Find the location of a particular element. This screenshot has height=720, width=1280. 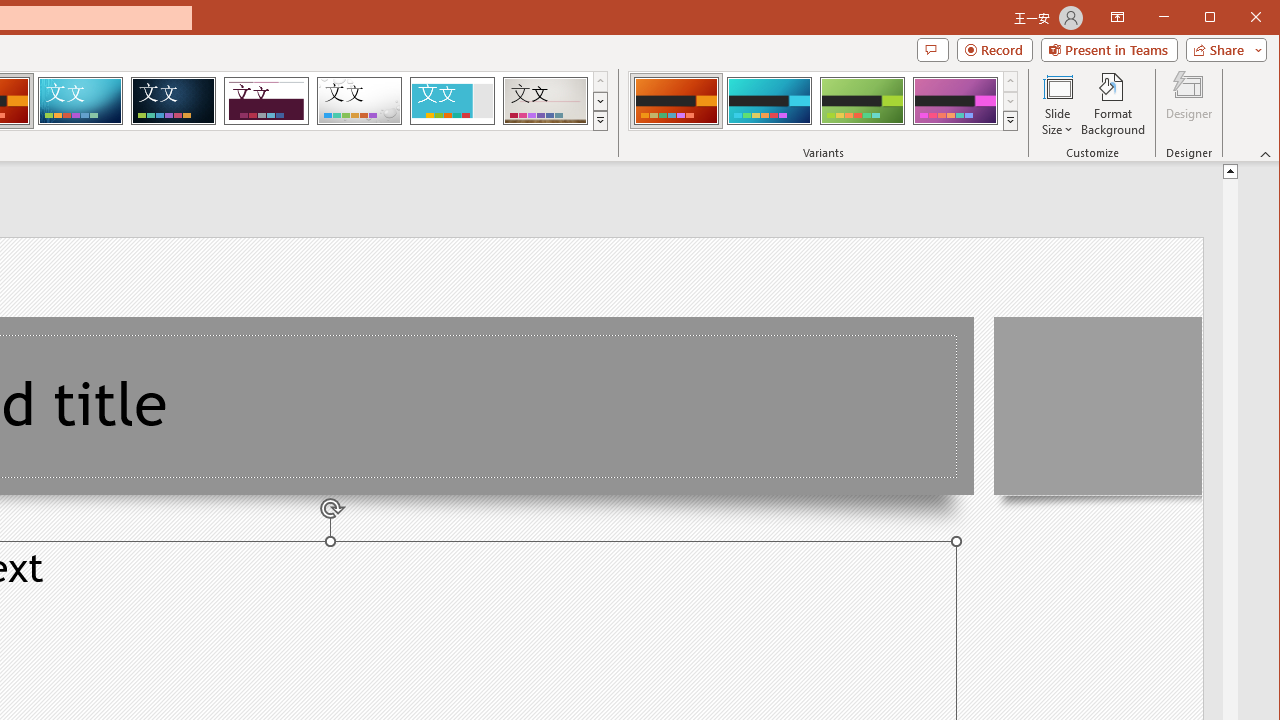

'Frame' is located at coordinates (451, 100).